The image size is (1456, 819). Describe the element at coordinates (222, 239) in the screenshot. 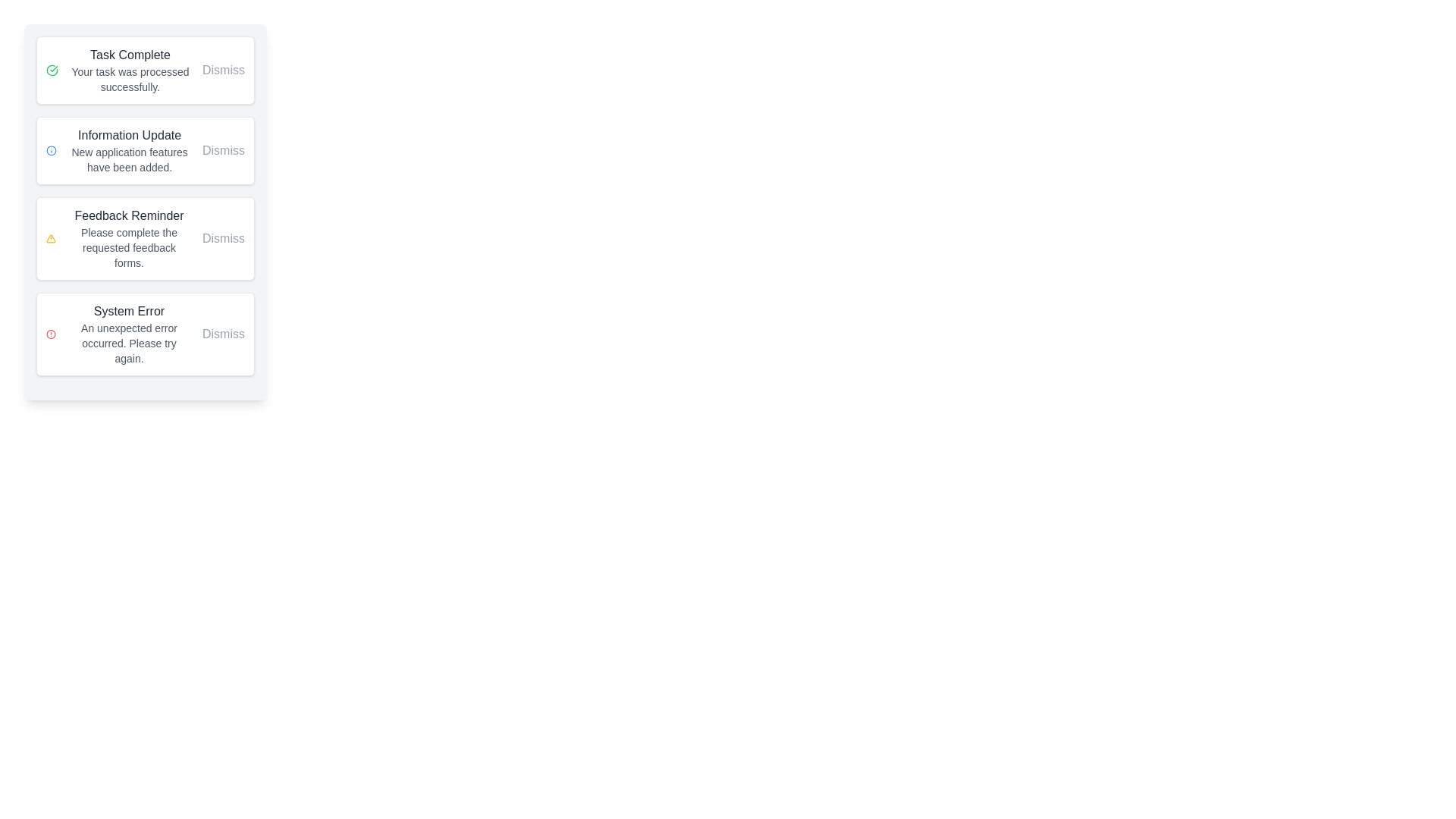

I see `the dismiss button located at the top-right corner of the 'Feedback Reminder' card to change its color` at that location.